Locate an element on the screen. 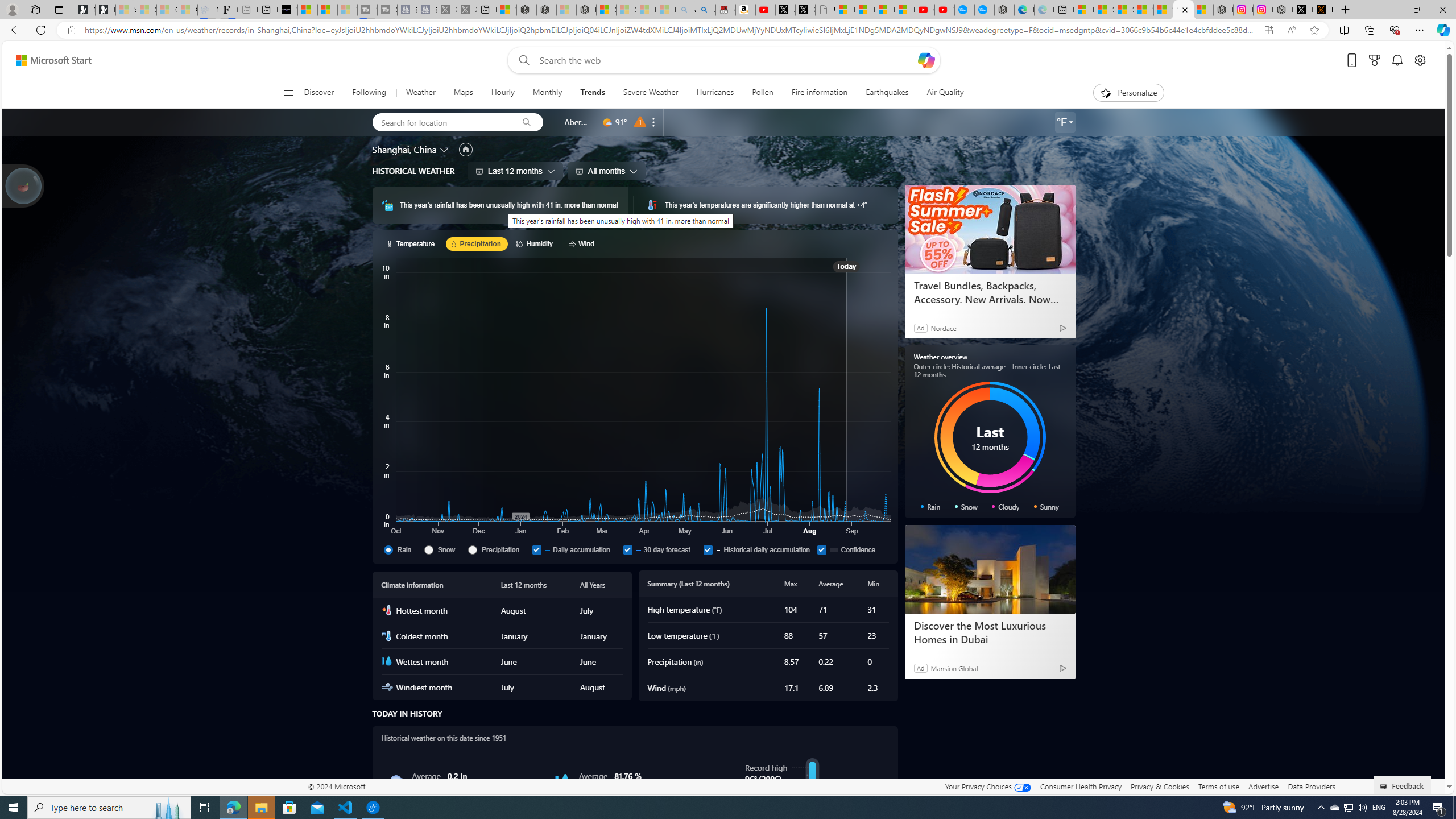 Image resolution: width=1456 pixels, height=819 pixels. 'Discover the Most Luxurious Homes in Dubai' is located at coordinates (990, 569).